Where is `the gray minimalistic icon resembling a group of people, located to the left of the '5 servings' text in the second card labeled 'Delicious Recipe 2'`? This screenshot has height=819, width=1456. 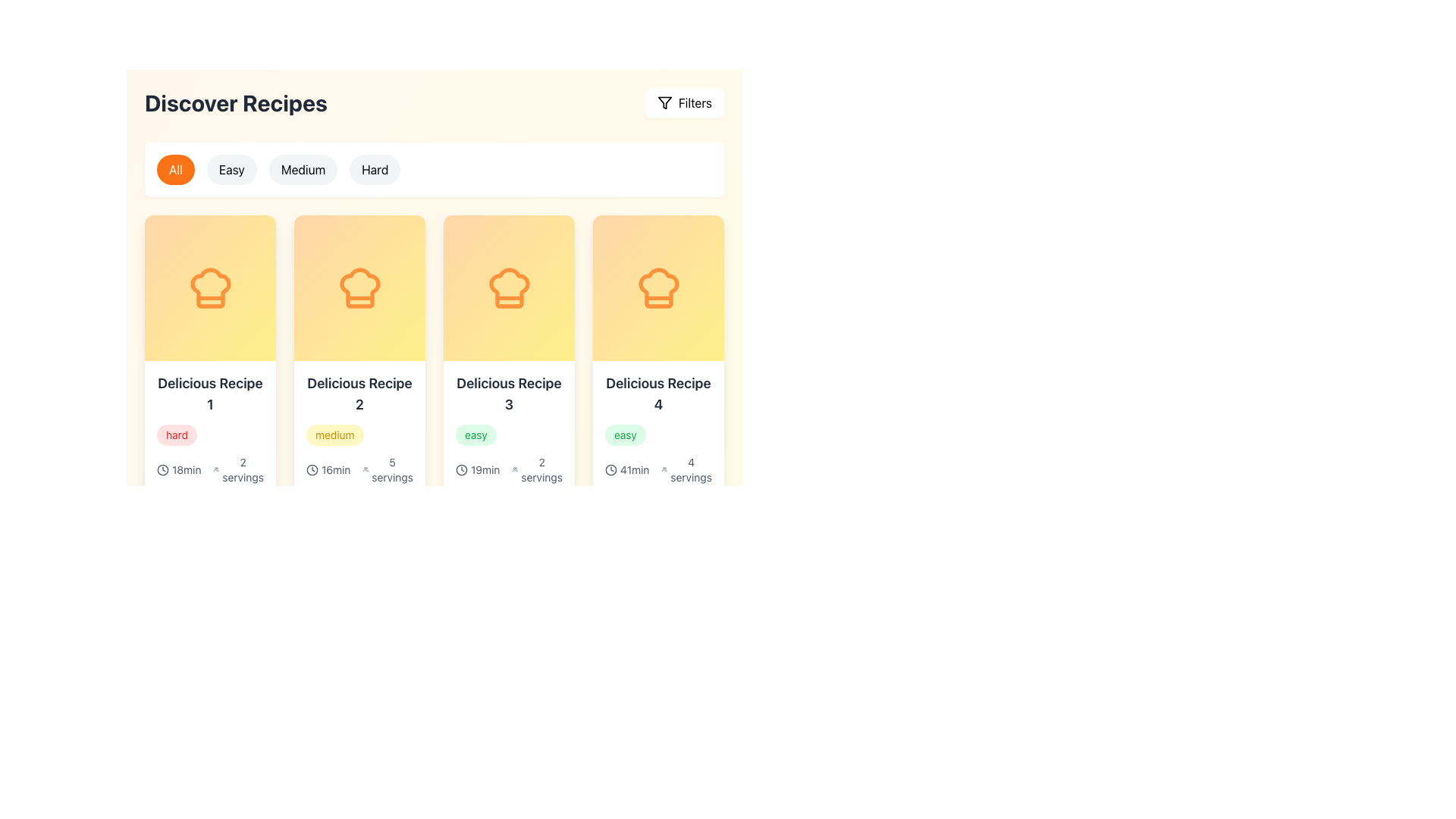 the gray minimalistic icon resembling a group of people, located to the left of the '5 servings' text in the second card labeled 'Delicious Recipe 2' is located at coordinates (366, 469).